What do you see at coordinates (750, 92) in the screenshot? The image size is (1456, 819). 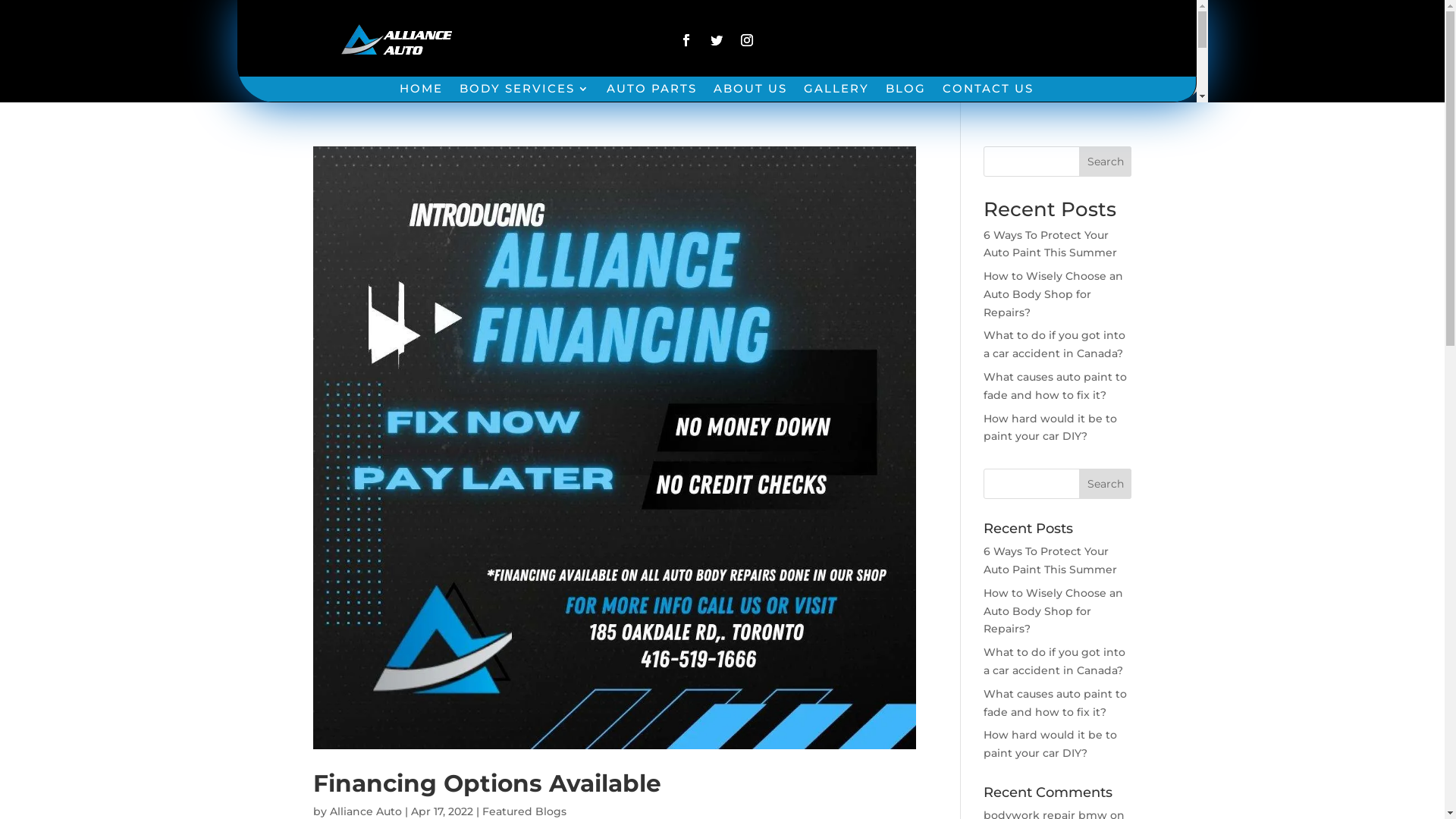 I see `'ABOUT US'` at bounding box center [750, 92].